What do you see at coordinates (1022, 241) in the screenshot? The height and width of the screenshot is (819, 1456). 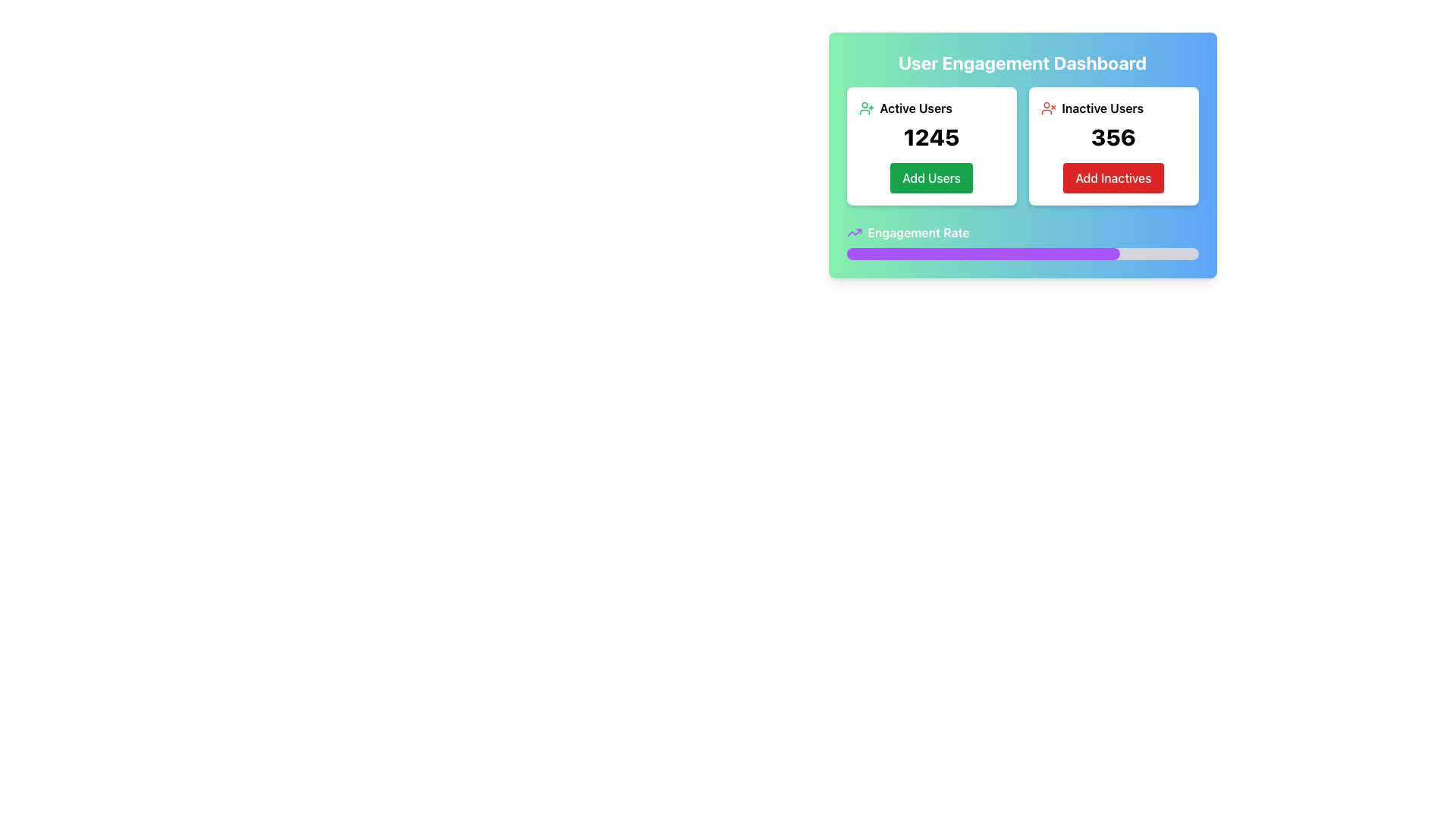 I see `label of the 'Engagement Rate' progress bar, which is located at the bottom of the 'User Engagement Dashboard' card and features a stylized upward trend icon` at bounding box center [1022, 241].